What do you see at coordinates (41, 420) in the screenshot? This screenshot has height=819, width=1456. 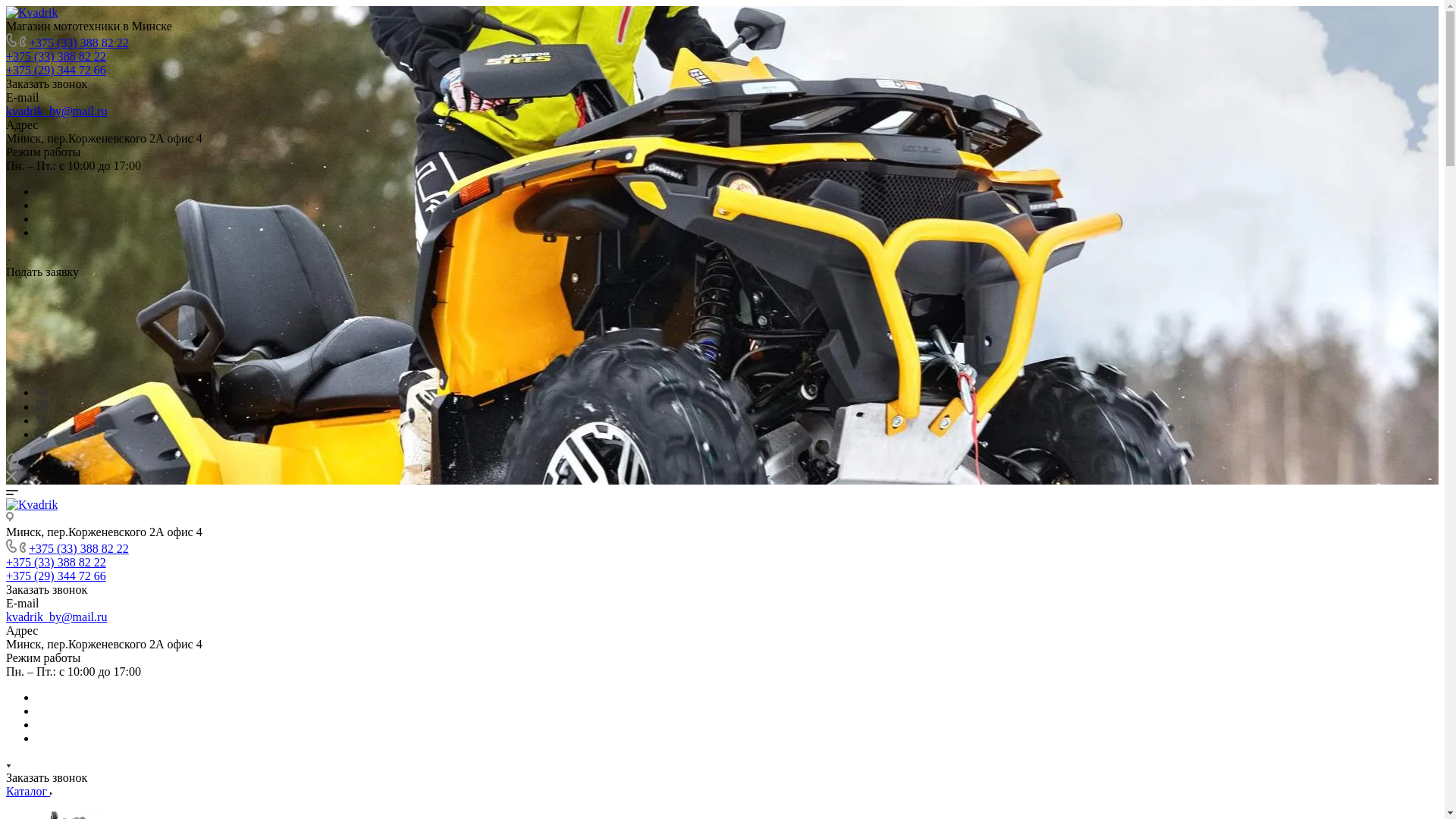 I see `'Viber'` at bounding box center [41, 420].